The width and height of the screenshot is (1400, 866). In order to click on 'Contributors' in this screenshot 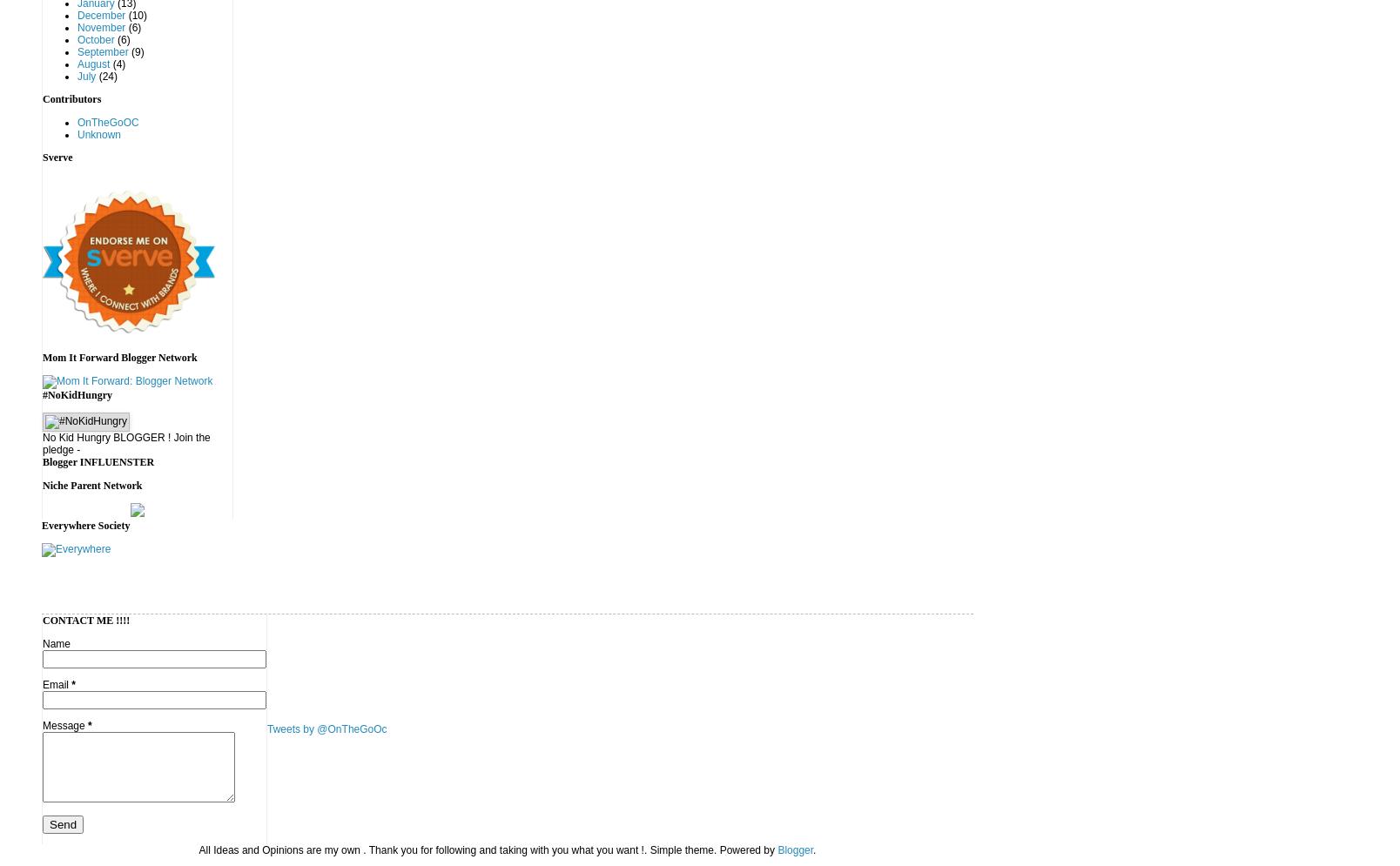, I will do `click(42, 99)`.